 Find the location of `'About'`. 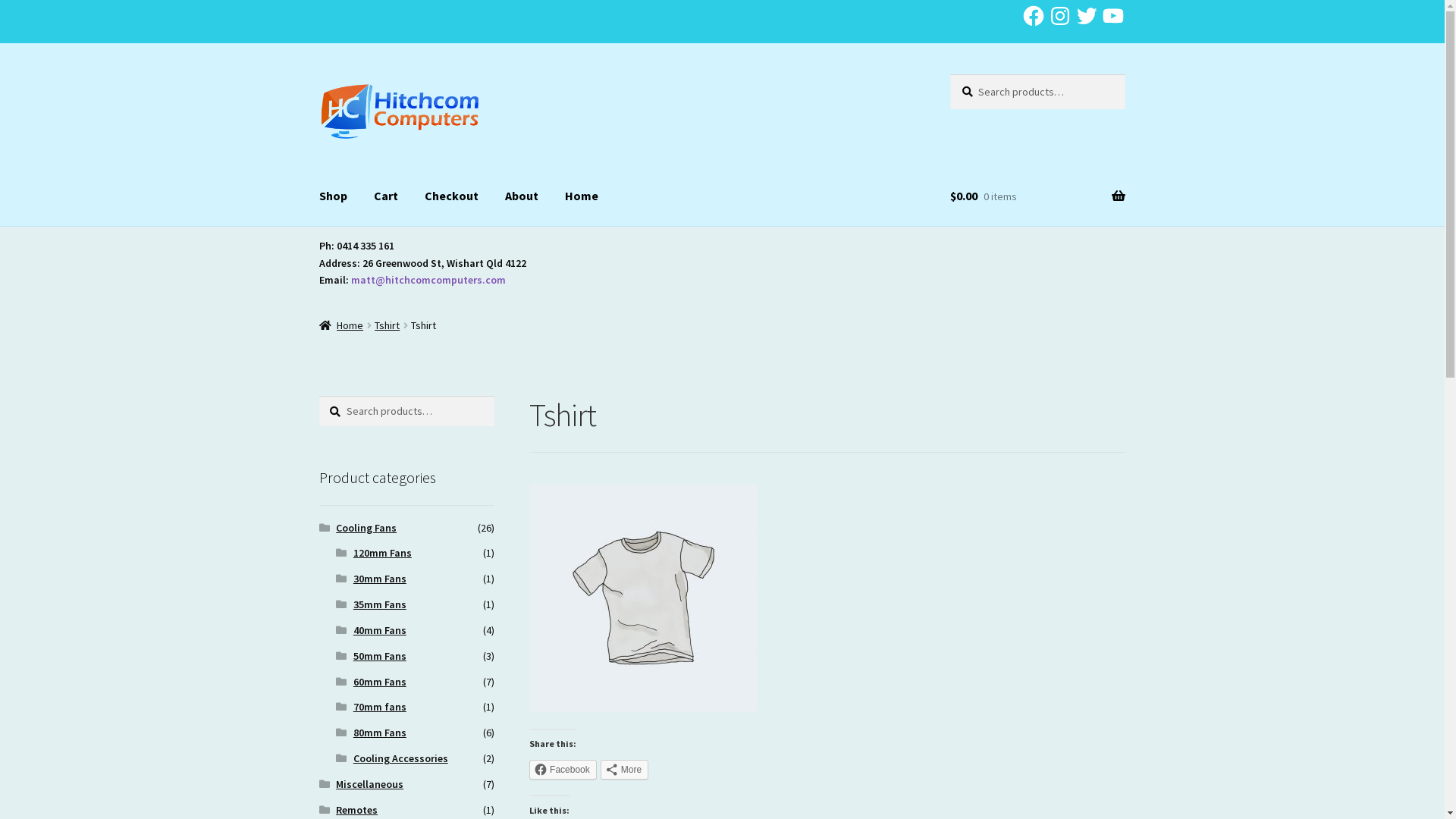

'About' is located at coordinates (521, 195).